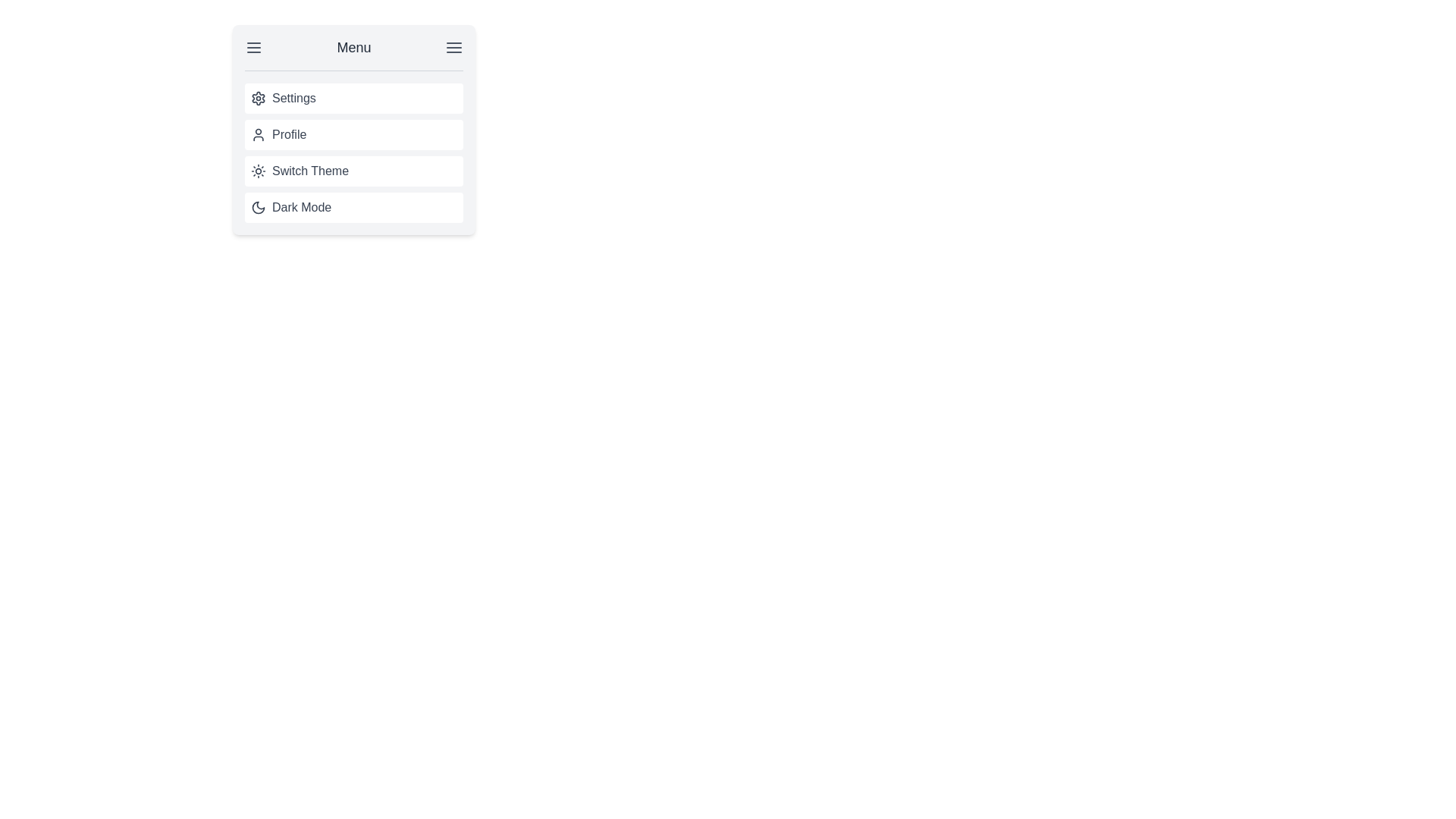 The height and width of the screenshot is (819, 1456). I want to click on the crescent moon icon representing the 'Dark Mode' feature, which is located within a rectangular button to the left of the 'Dark Mode' text in a vertical menu, so click(258, 207).